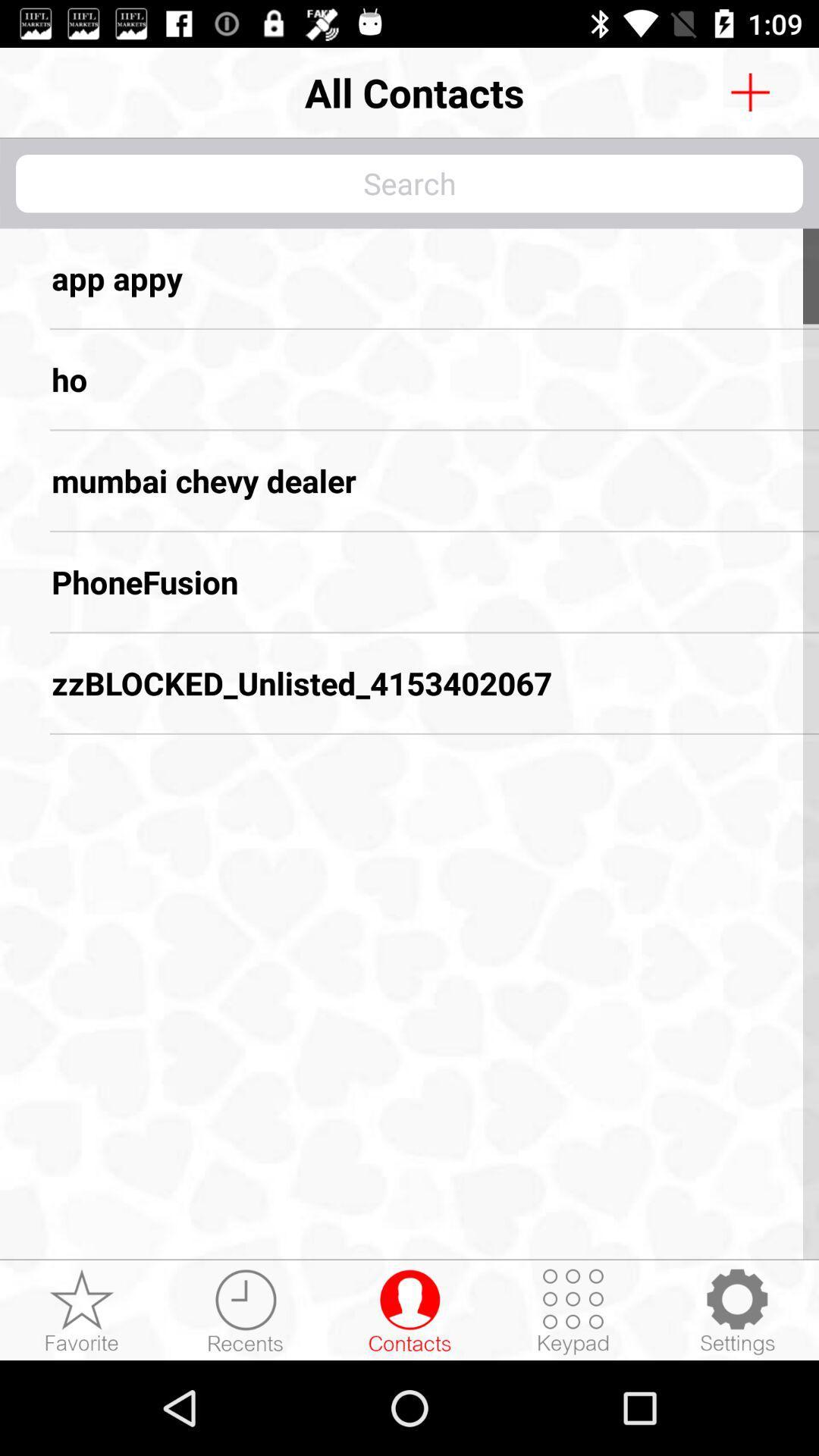 The image size is (819, 1456). I want to click on call log, so click(245, 1310).